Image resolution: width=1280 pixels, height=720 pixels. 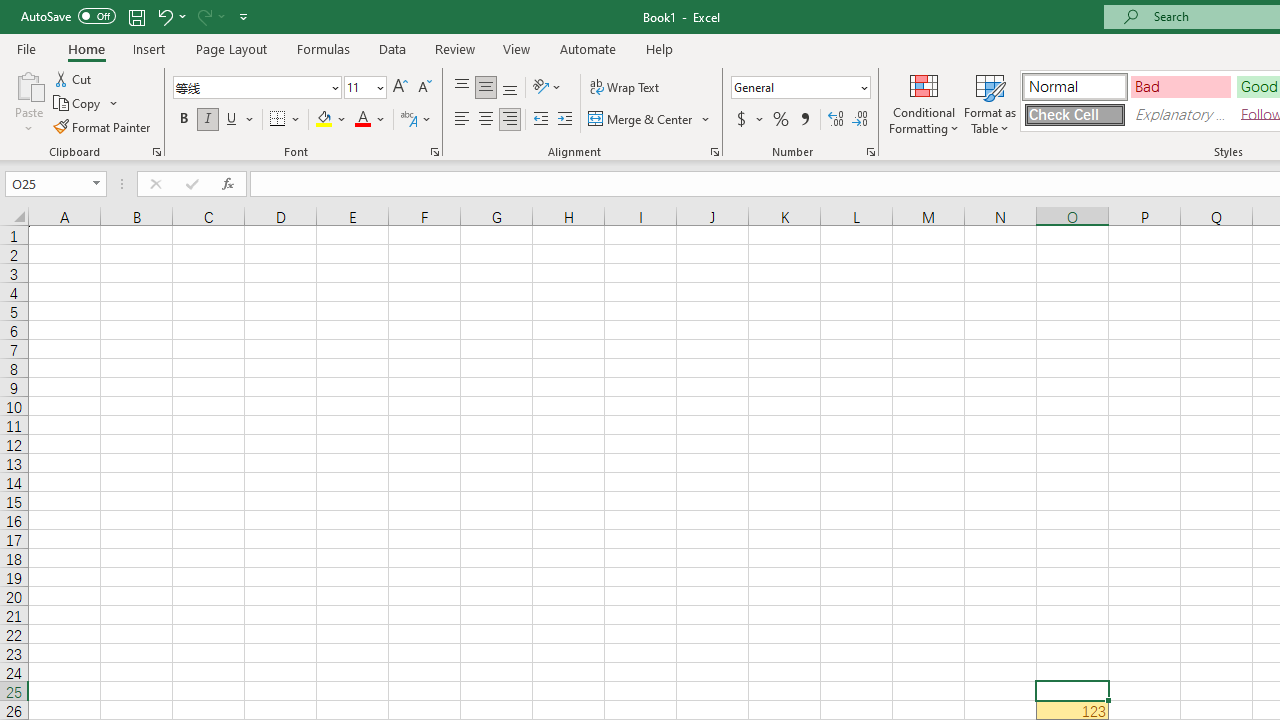 What do you see at coordinates (461, 86) in the screenshot?
I see `'Top Align'` at bounding box center [461, 86].